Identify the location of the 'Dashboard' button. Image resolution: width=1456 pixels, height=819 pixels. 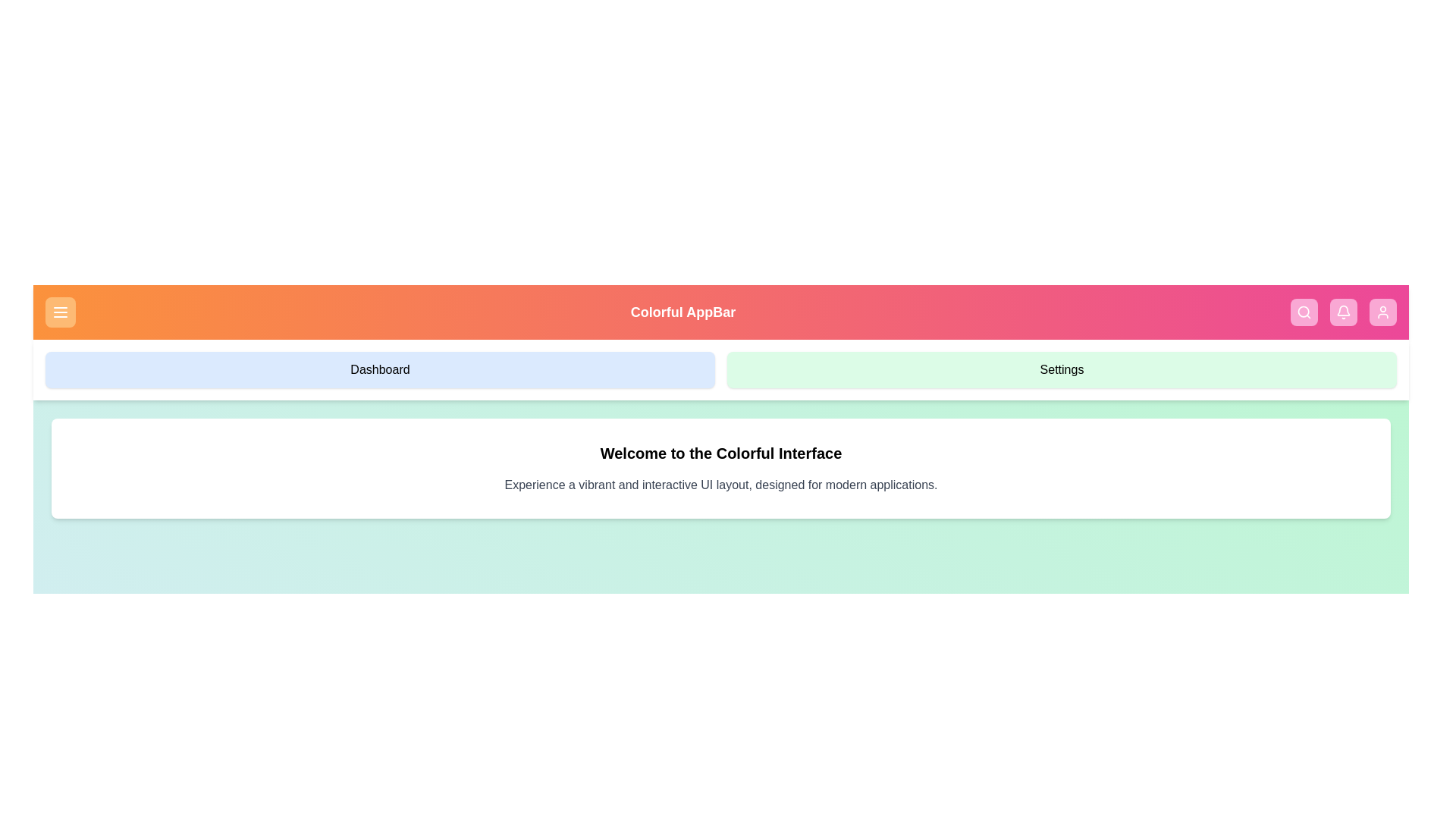
(380, 370).